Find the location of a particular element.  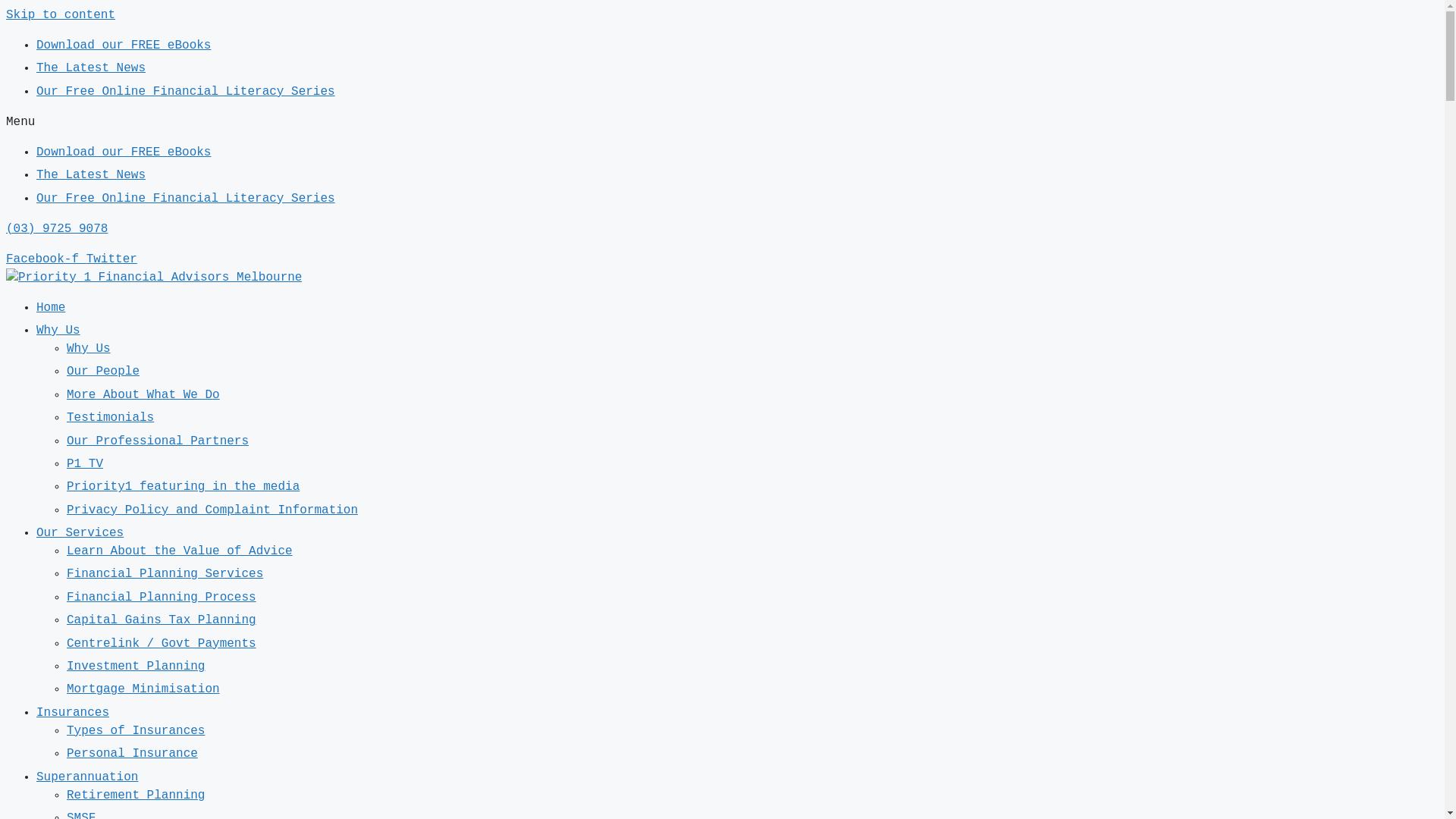

'More About What We Do' is located at coordinates (65, 394).